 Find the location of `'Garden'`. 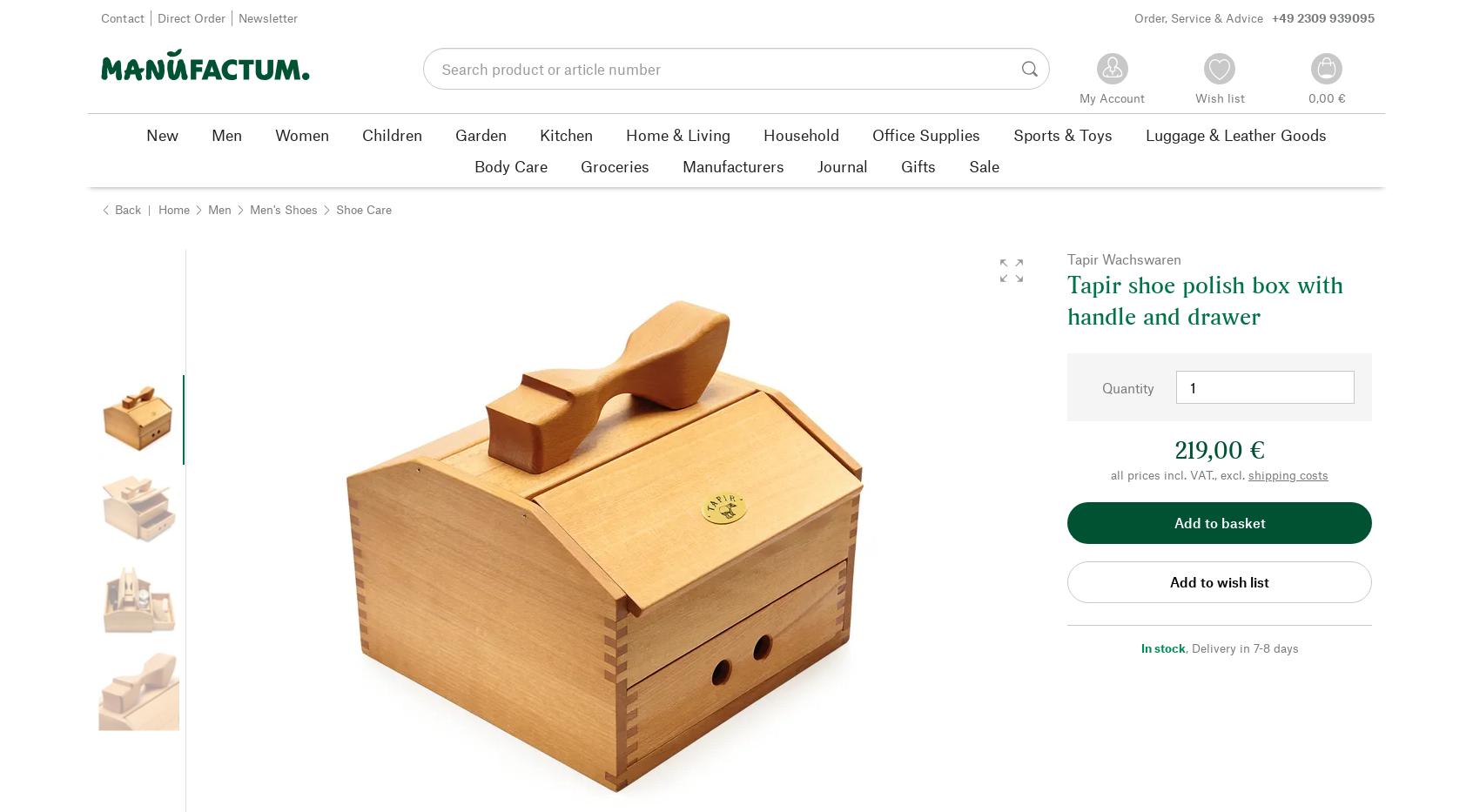

'Garden' is located at coordinates (481, 133).